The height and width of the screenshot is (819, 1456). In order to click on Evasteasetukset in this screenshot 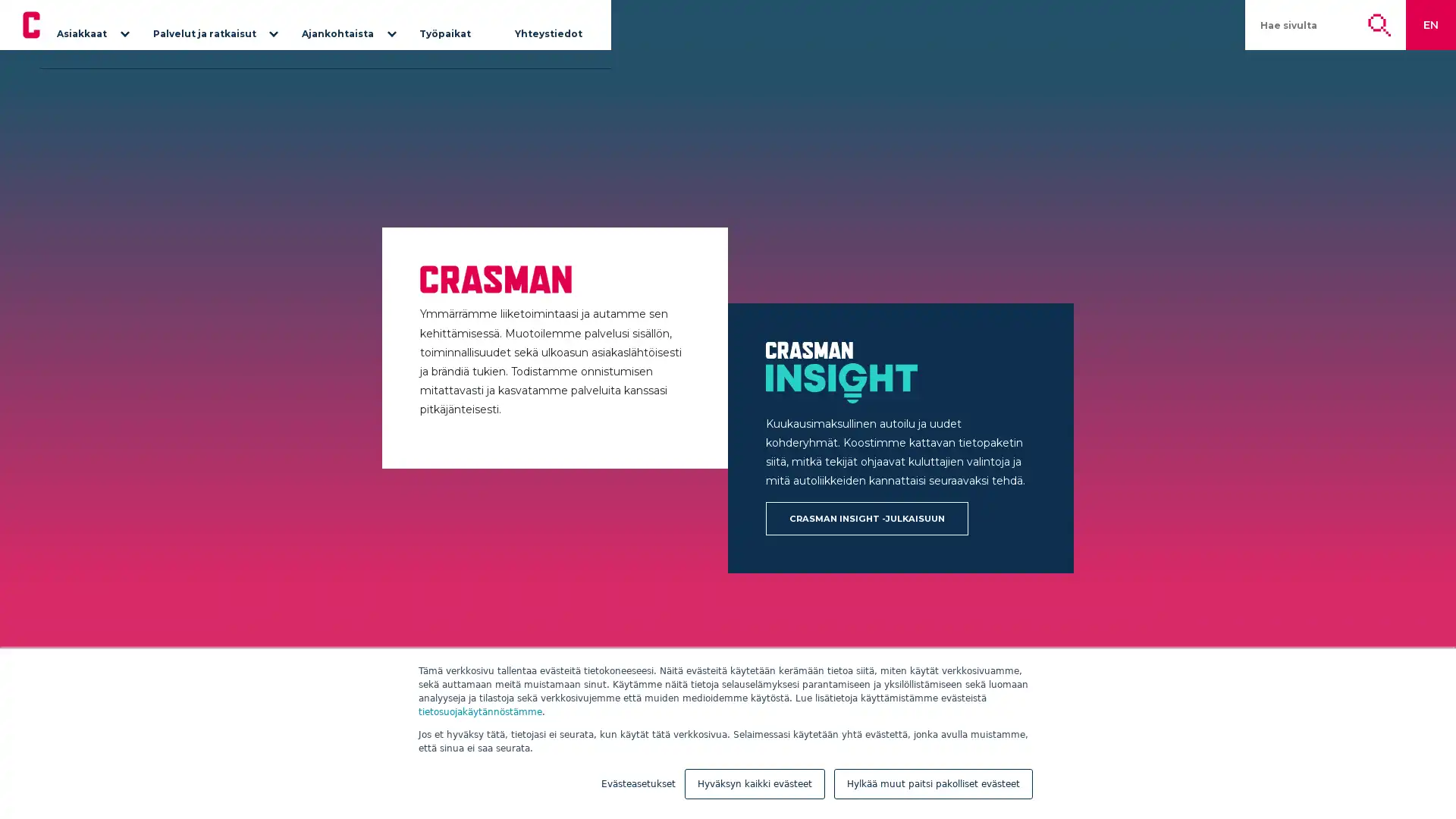, I will do `click(638, 783)`.